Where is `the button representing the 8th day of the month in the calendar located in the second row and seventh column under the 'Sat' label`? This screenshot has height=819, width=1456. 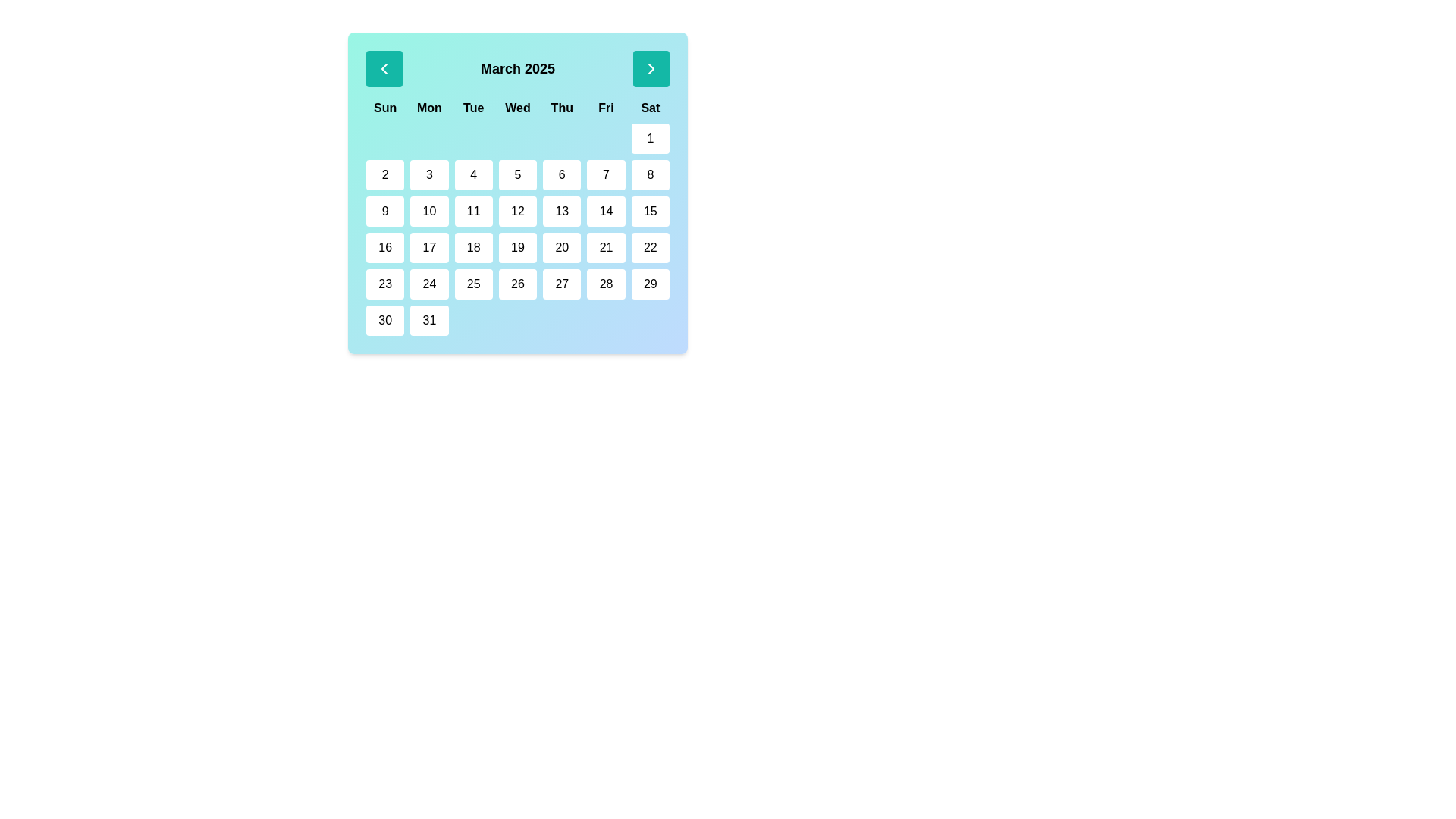 the button representing the 8th day of the month in the calendar located in the second row and seventh column under the 'Sat' label is located at coordinates (650, 174).